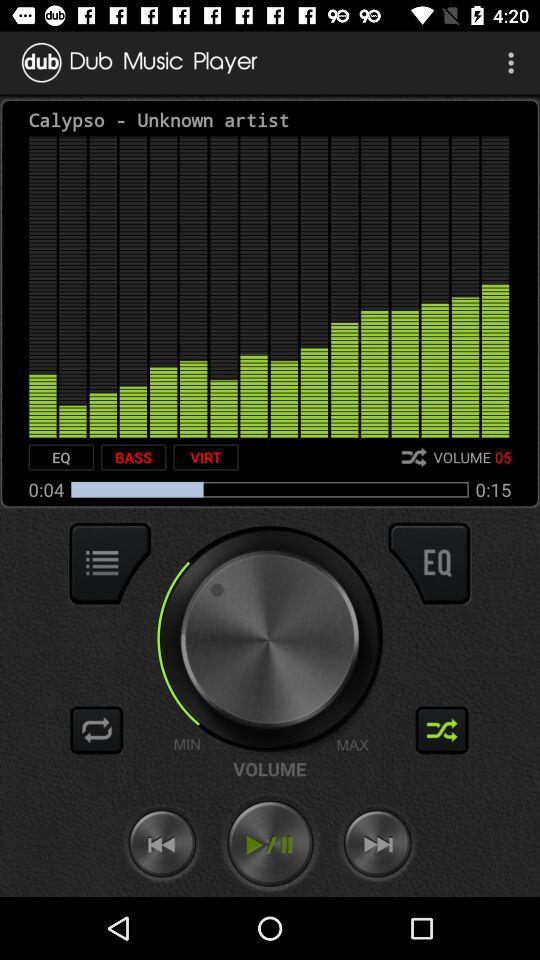  Describe the element at coordinates (205, 457) in the screenshot. I see `item next to the  bass  item` at that location.